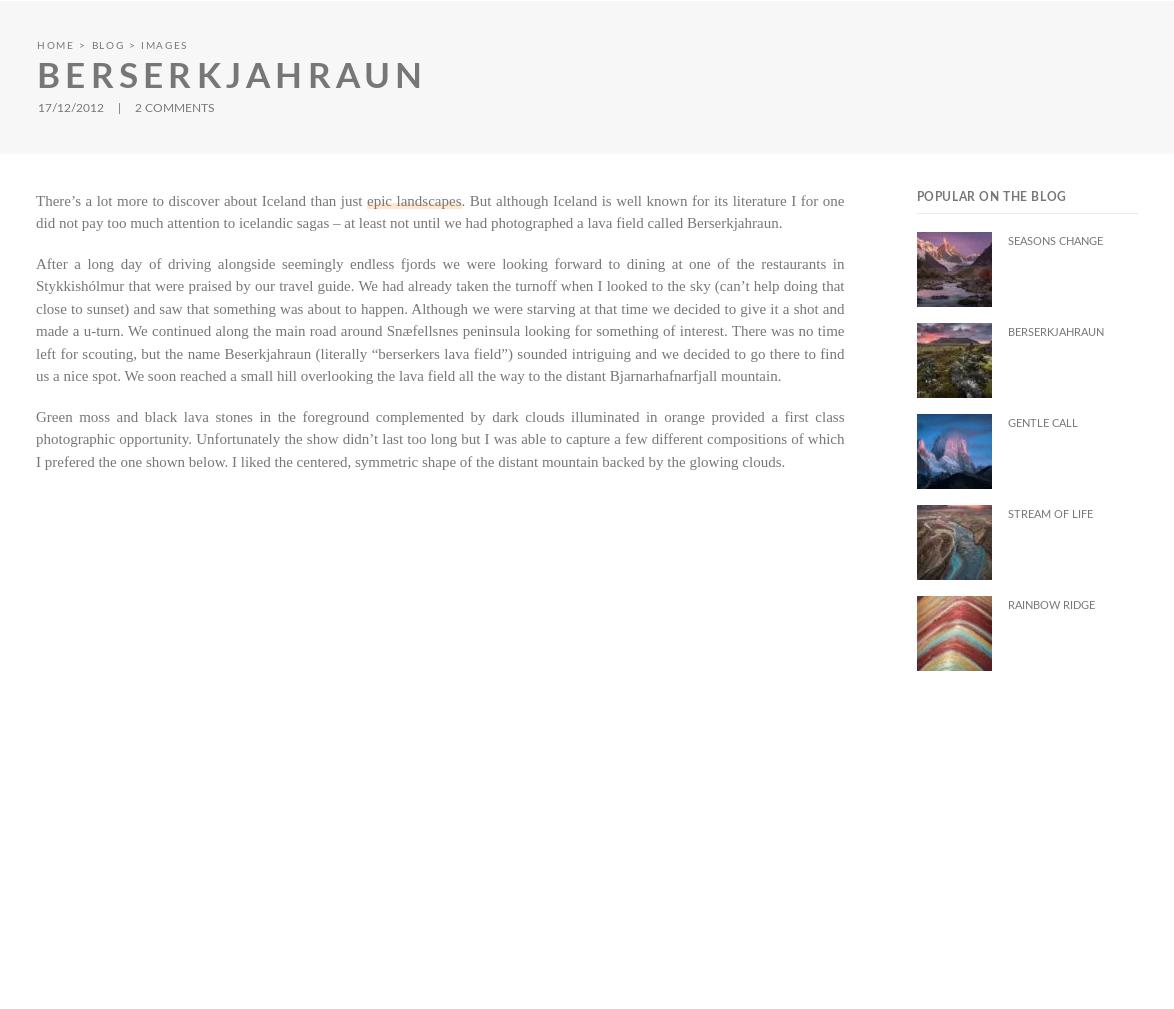 The image size is (1174, 1009). What do you see at coordinates (439, 210) in the screenshot?
I see `'. But although Iceland is well known for its literature I for one did not pay too much attention to icelandic sagas – at least not until we had photographed a lava field called Berserkjahraun.'` at bounding box center [439, 210].